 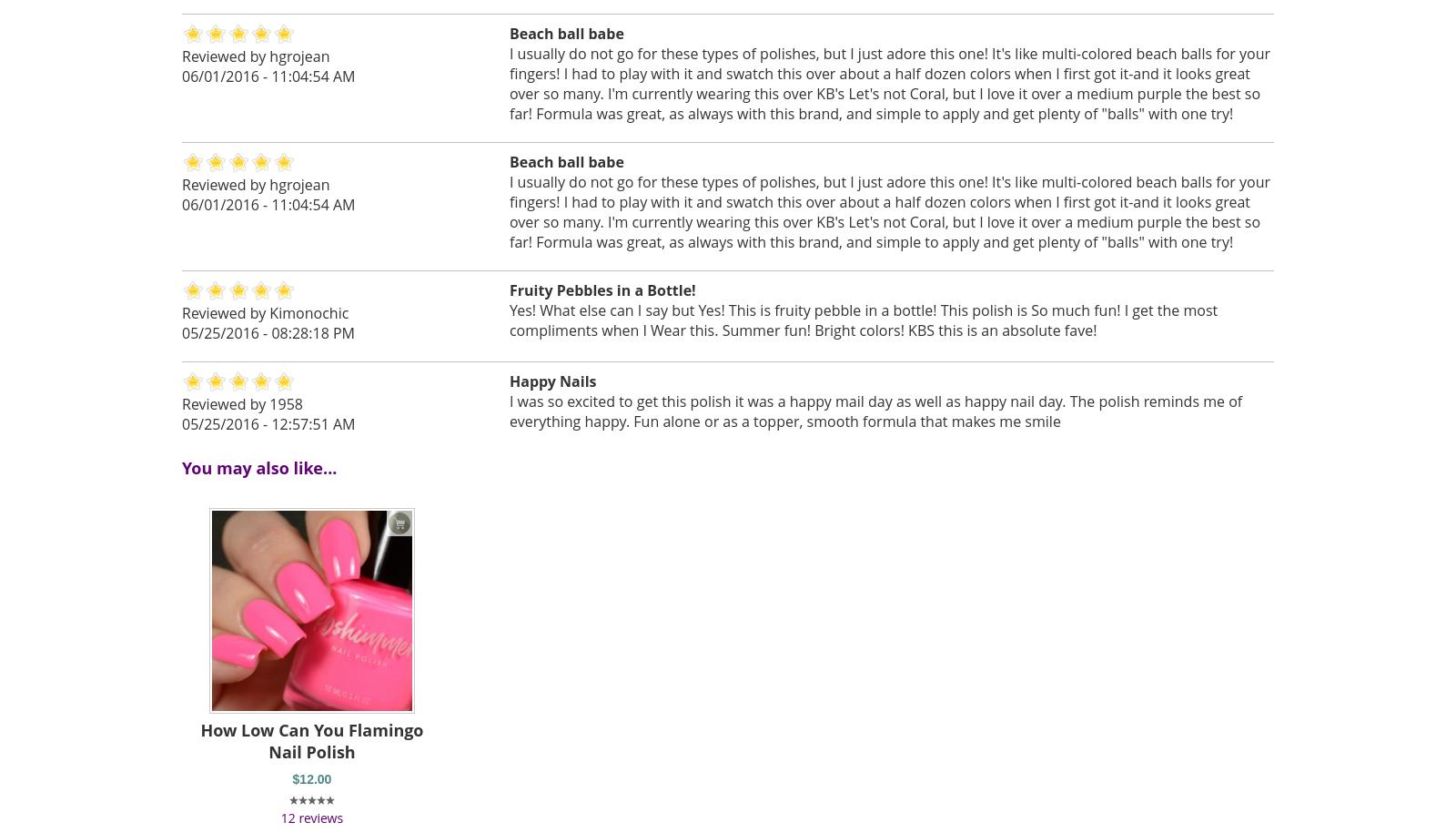 I want to click on 'Reviewed by 1958', so click(x=242, y=403).